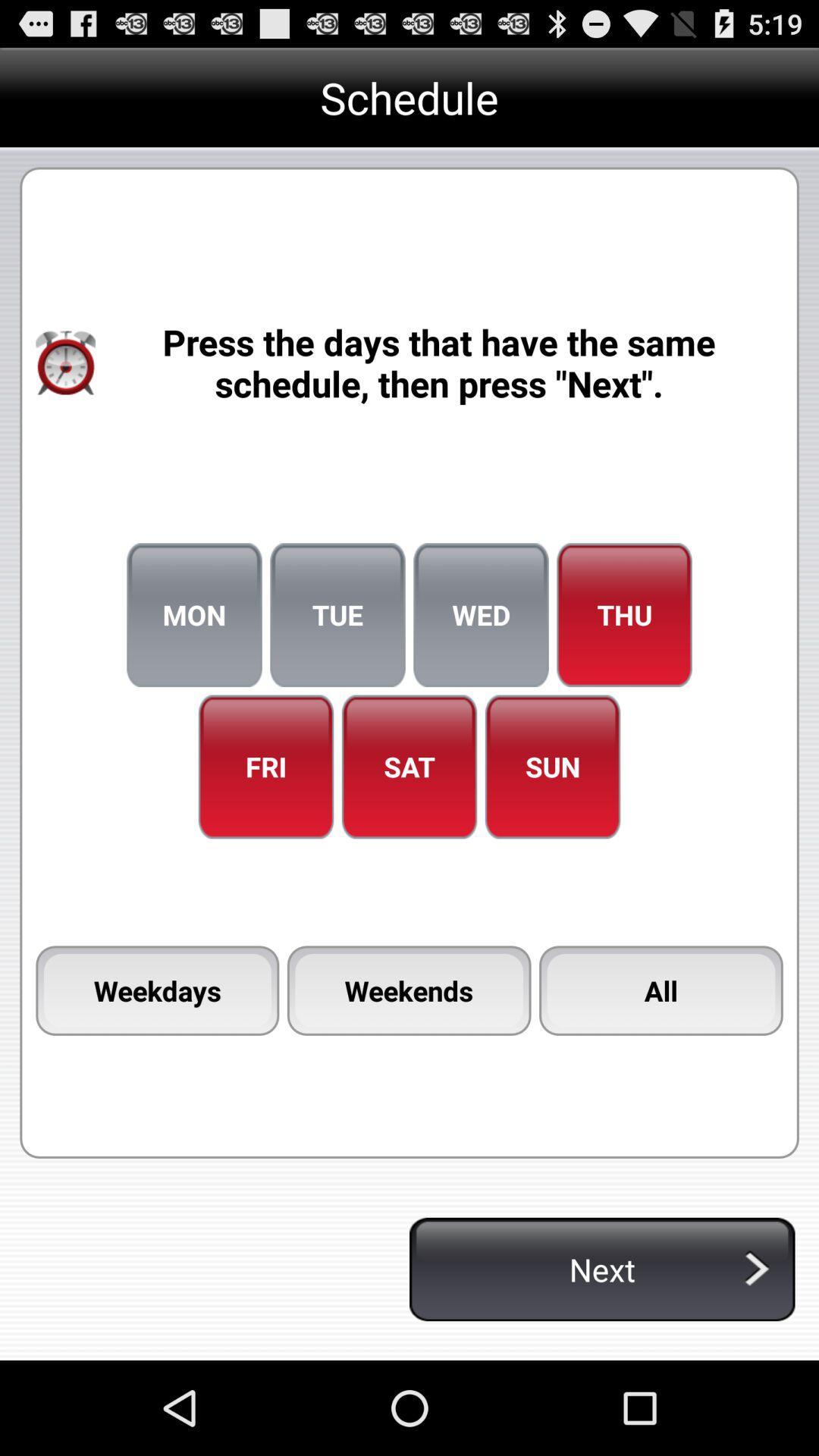 This screenshot has height=1456, width=819. I want to click on item to the left of the wed item, so click(337, 615).